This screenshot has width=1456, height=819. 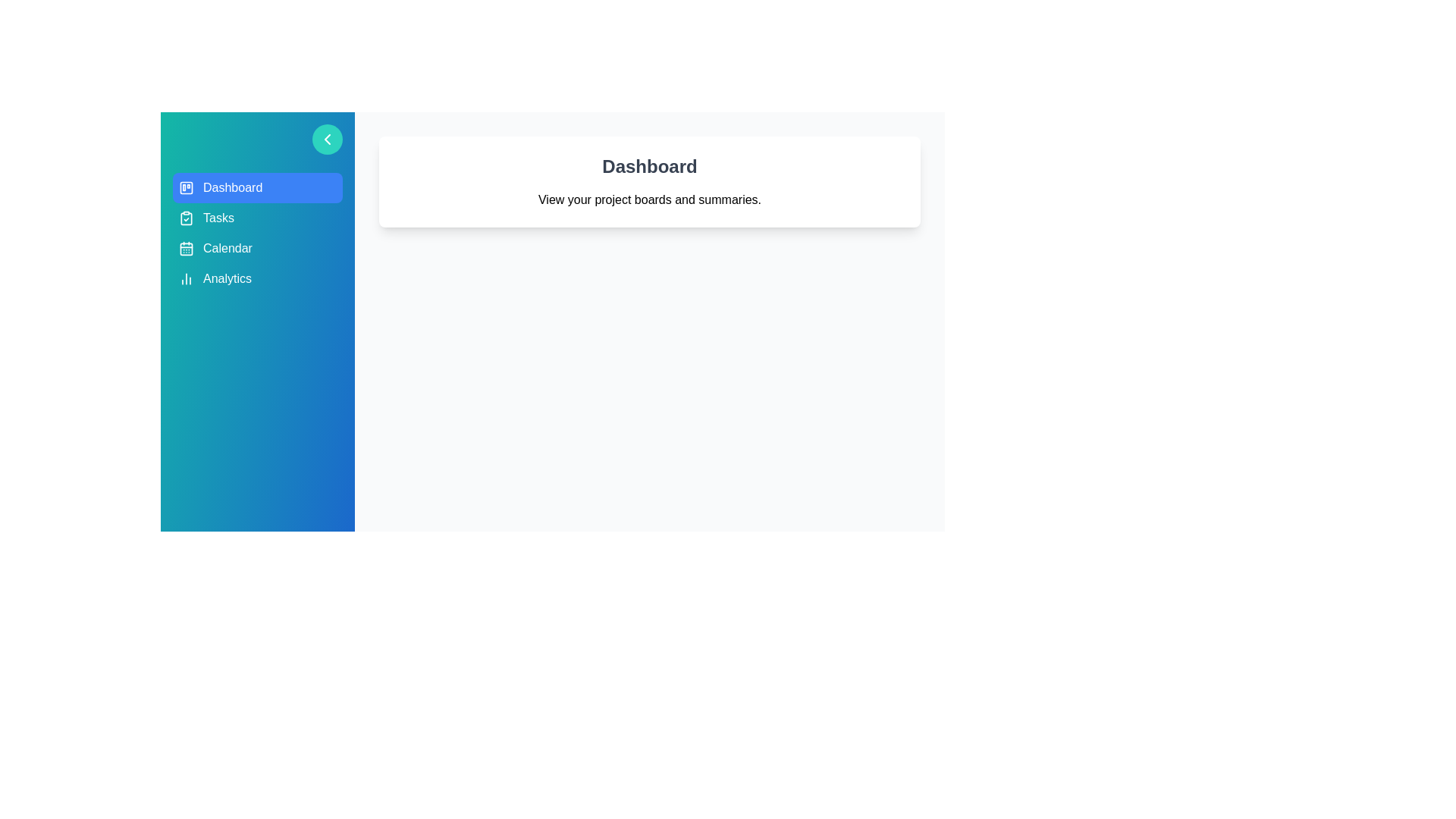 What do you see at coordinates (258, 278) in the screenshot?
I see `the fourth entry in the vertical navigation list, which serves as a link to the 'Analytics' section, to possibly see a tooltip` at bounding box center [258, 278].